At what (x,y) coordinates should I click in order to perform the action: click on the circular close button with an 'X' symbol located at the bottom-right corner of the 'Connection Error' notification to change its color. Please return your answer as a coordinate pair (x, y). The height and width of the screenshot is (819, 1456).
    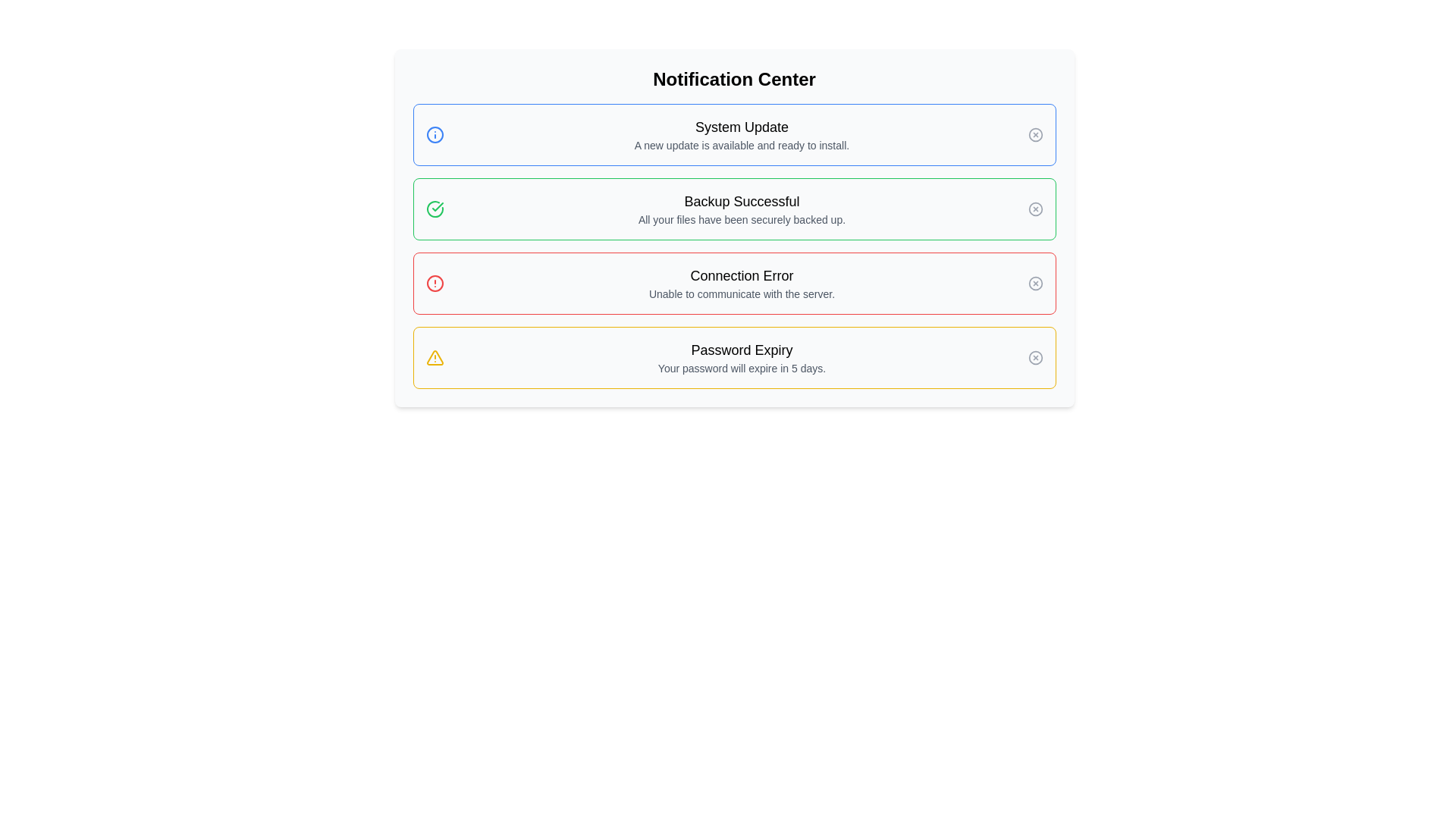
    Looking at the image, I should click on (1034, 284).